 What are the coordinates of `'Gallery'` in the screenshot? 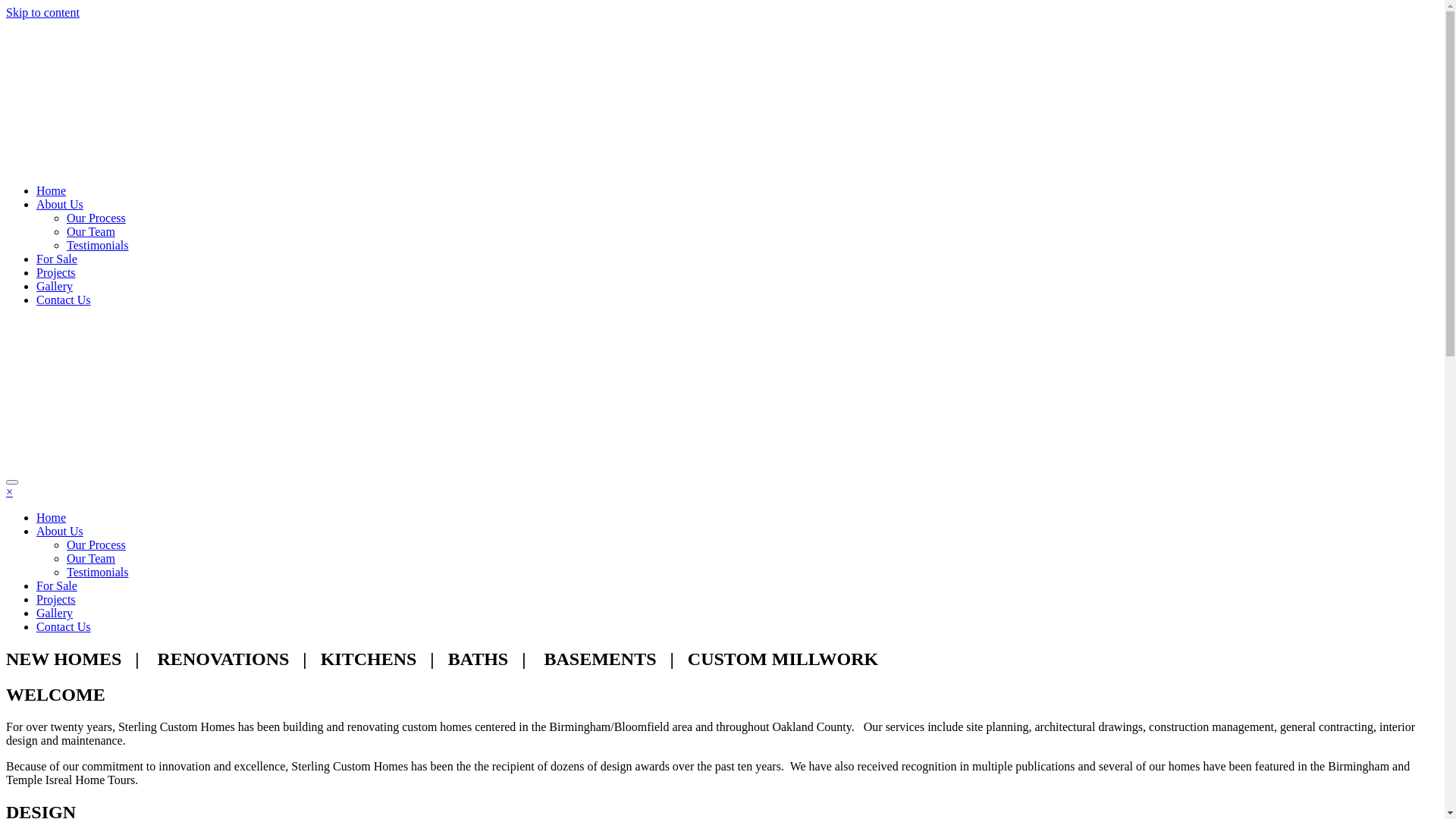 It's located at (55, 286).